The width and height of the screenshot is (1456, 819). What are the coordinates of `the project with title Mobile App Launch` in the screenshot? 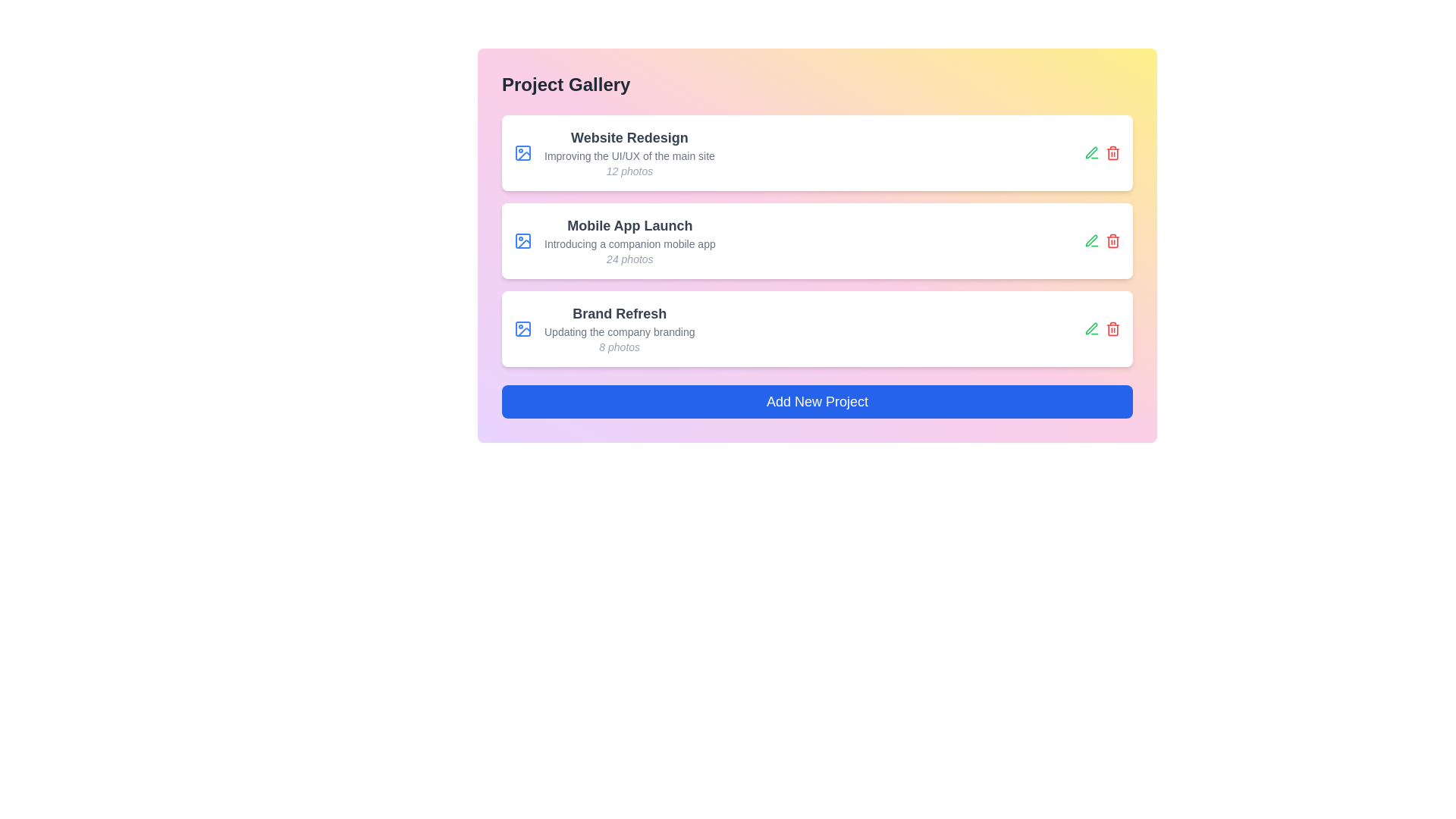 It's located at (629, 225).